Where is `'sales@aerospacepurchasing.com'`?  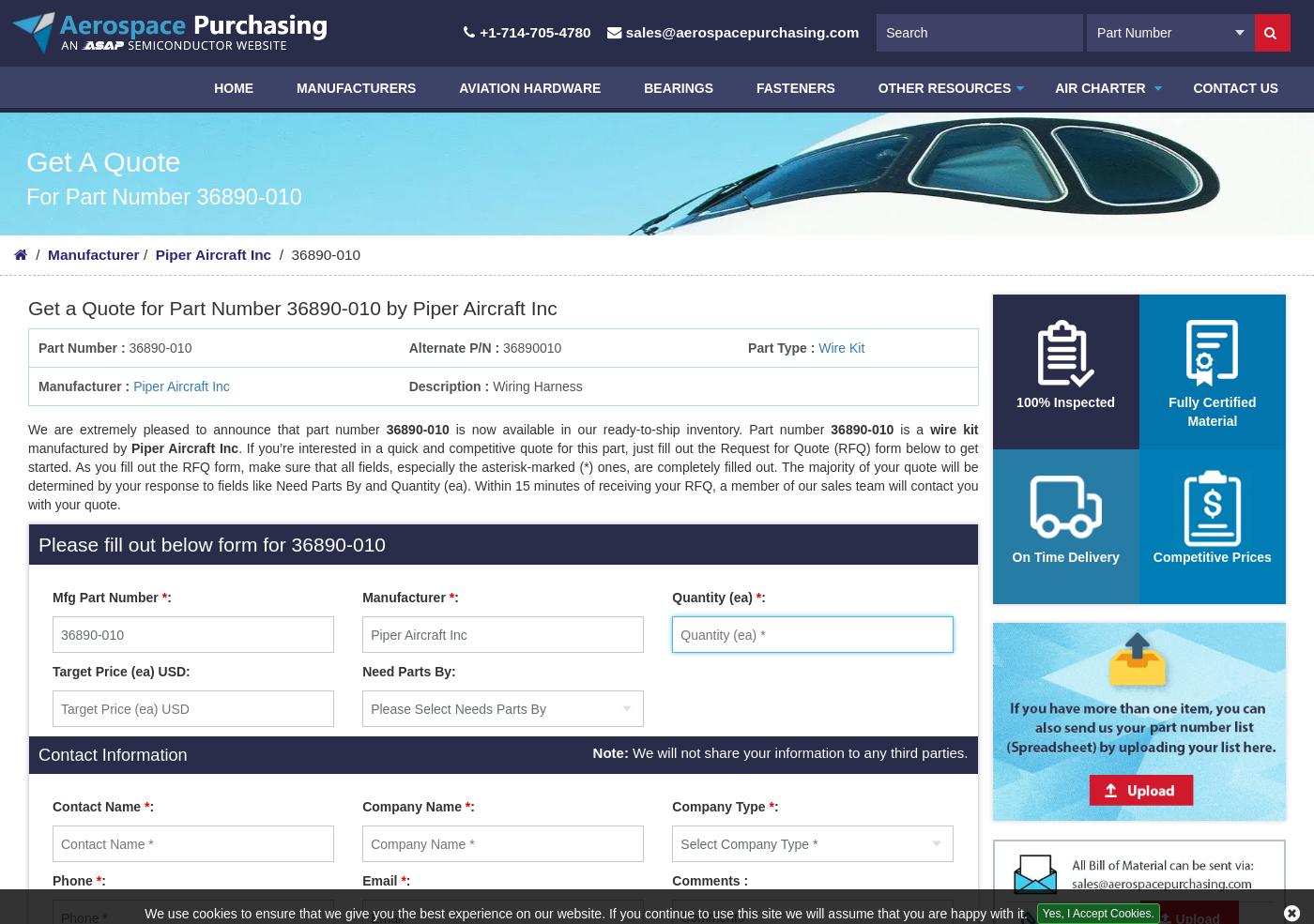 'sales@aerospacepurchasing.com' is located at coordinates (741, 31).